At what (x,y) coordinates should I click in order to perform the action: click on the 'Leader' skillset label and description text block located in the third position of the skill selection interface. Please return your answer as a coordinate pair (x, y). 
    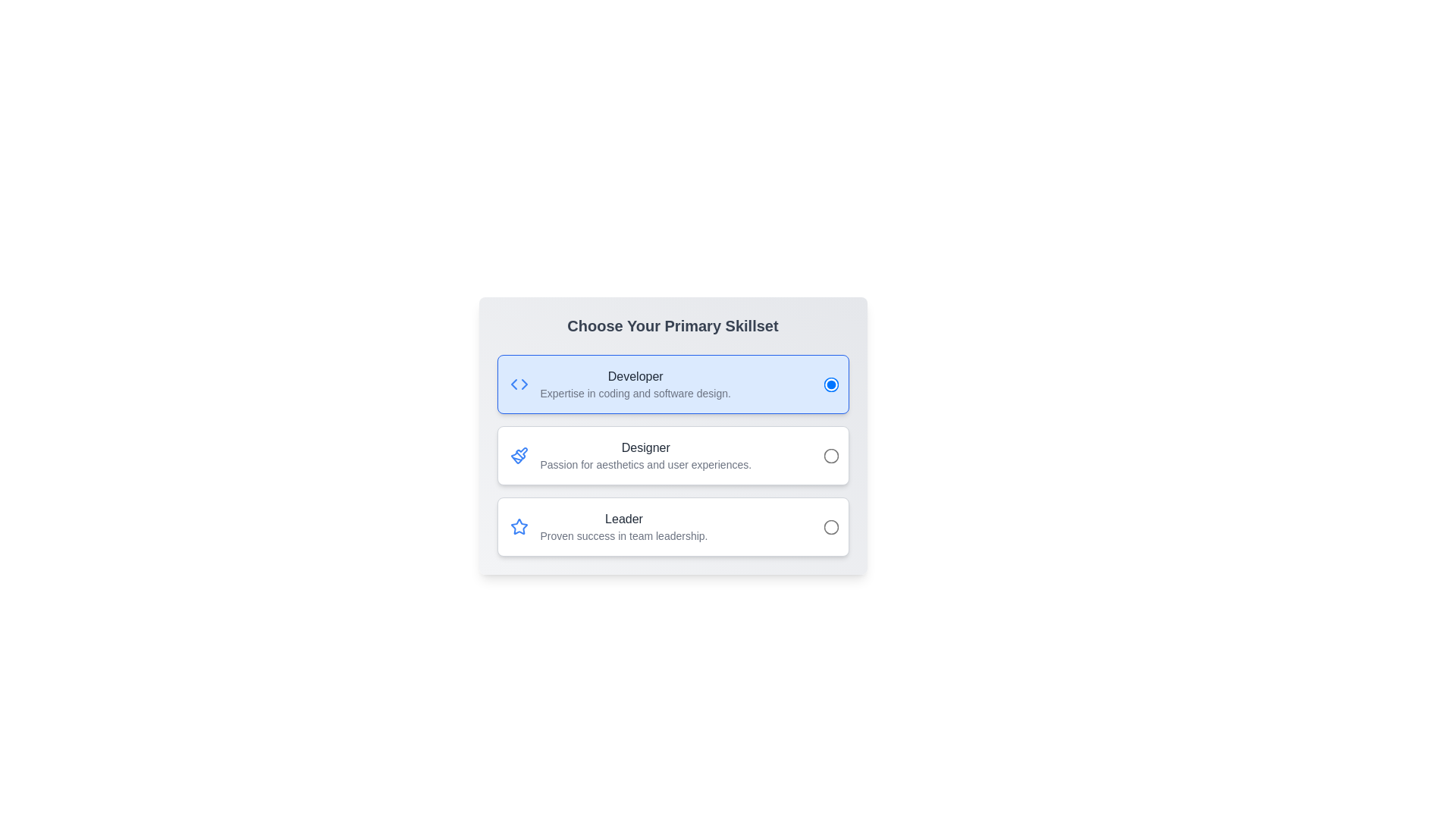
    Looking at the image, I should click on (623, 526).